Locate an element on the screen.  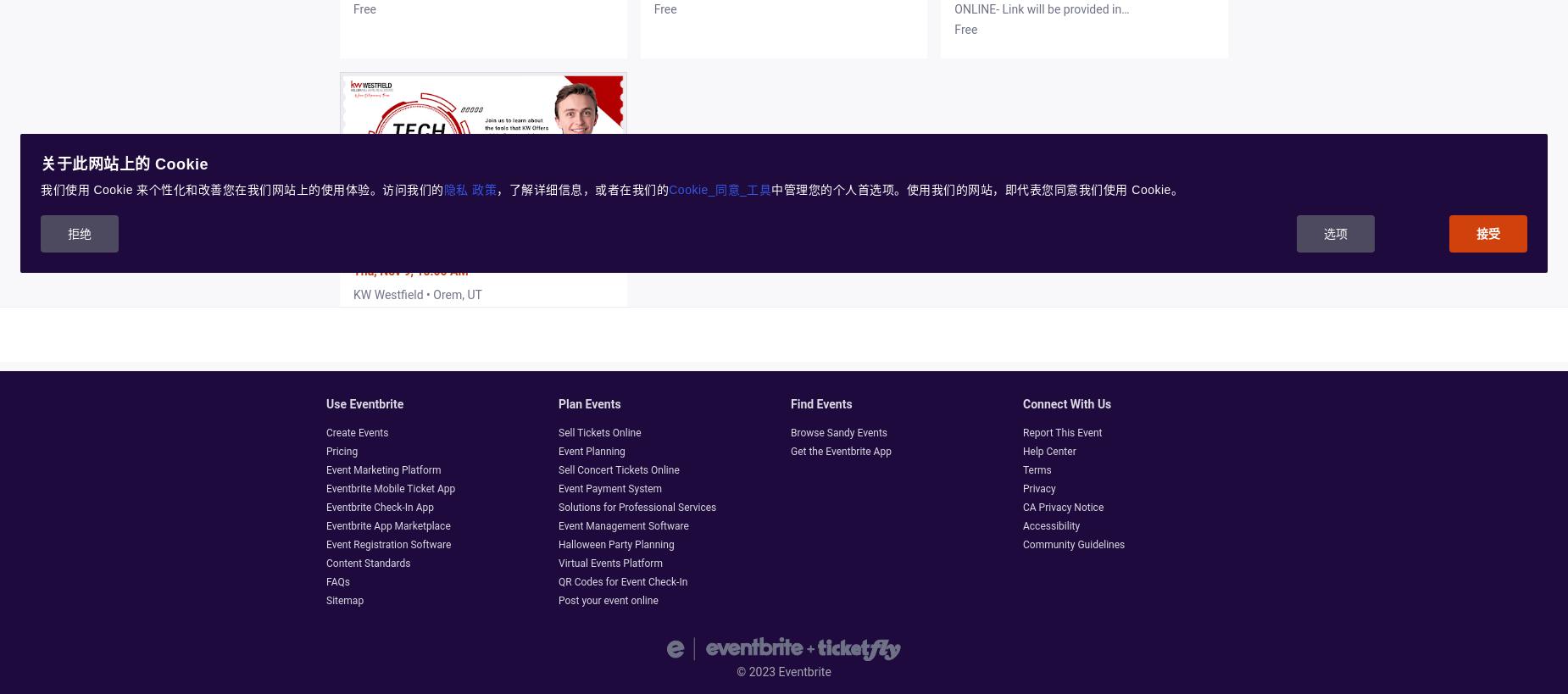
'Event Marketing Platform' is located at coordinates (325, 470).